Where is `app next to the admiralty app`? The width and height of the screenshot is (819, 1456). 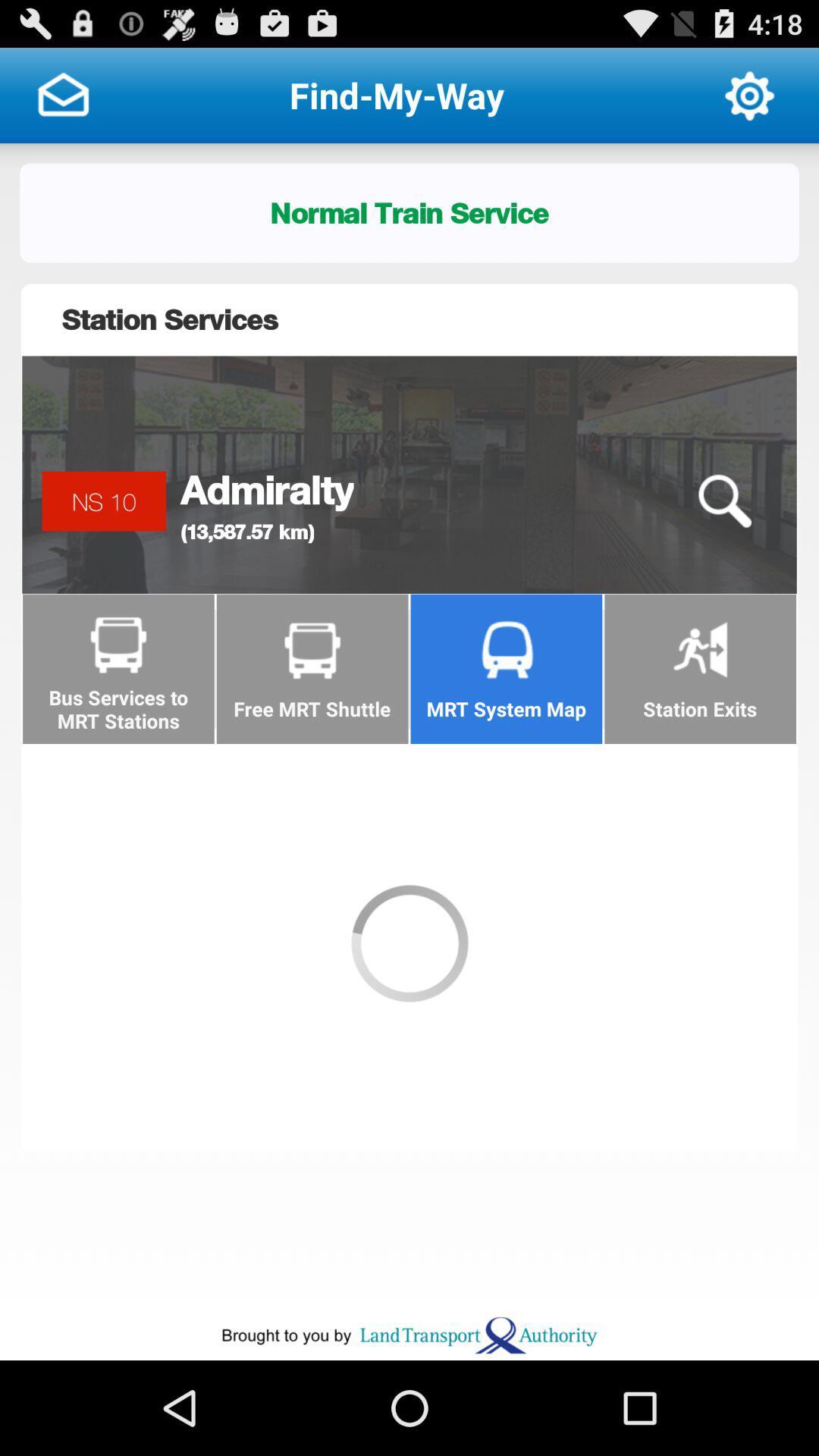 app next to the admiralty app is located at coordinates (723, 501).